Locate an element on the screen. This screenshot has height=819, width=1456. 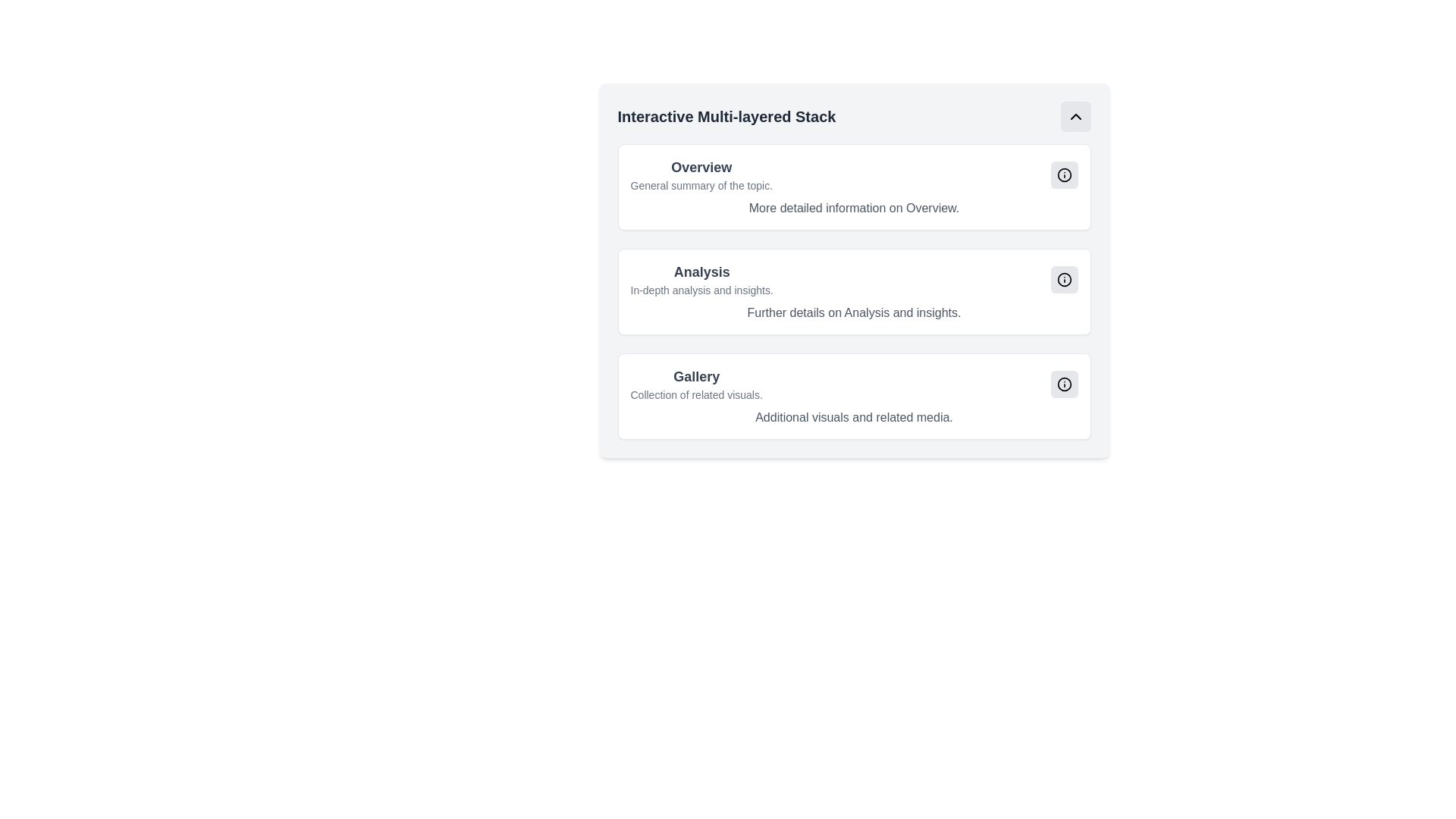
the circular informational button with an 'i' symbol, located to the far right within the 'Gallery' section is located at coordinates (1063, 383).